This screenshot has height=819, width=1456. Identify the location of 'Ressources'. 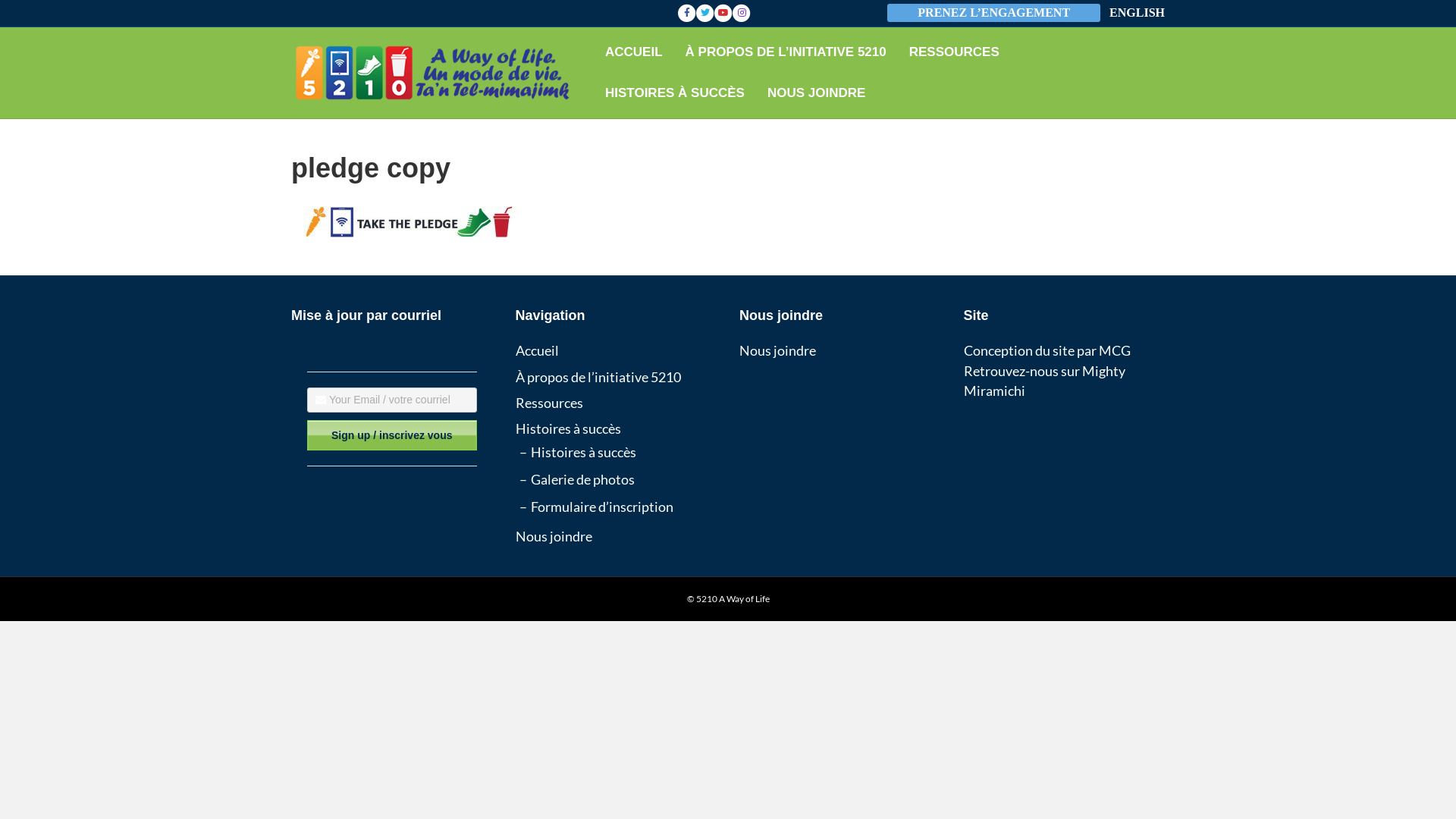
(516, 402).